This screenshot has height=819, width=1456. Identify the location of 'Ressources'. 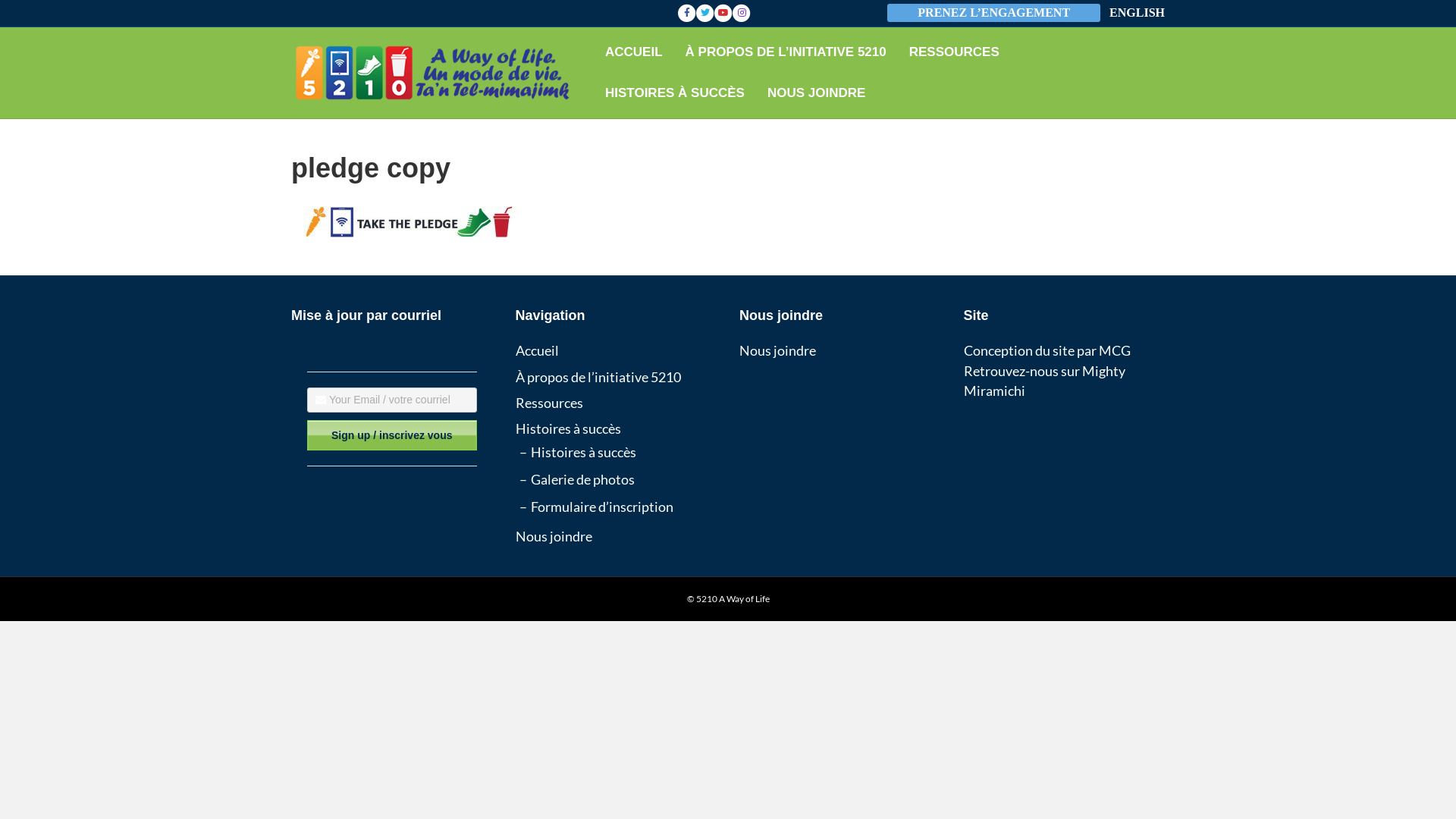
(516, 402).